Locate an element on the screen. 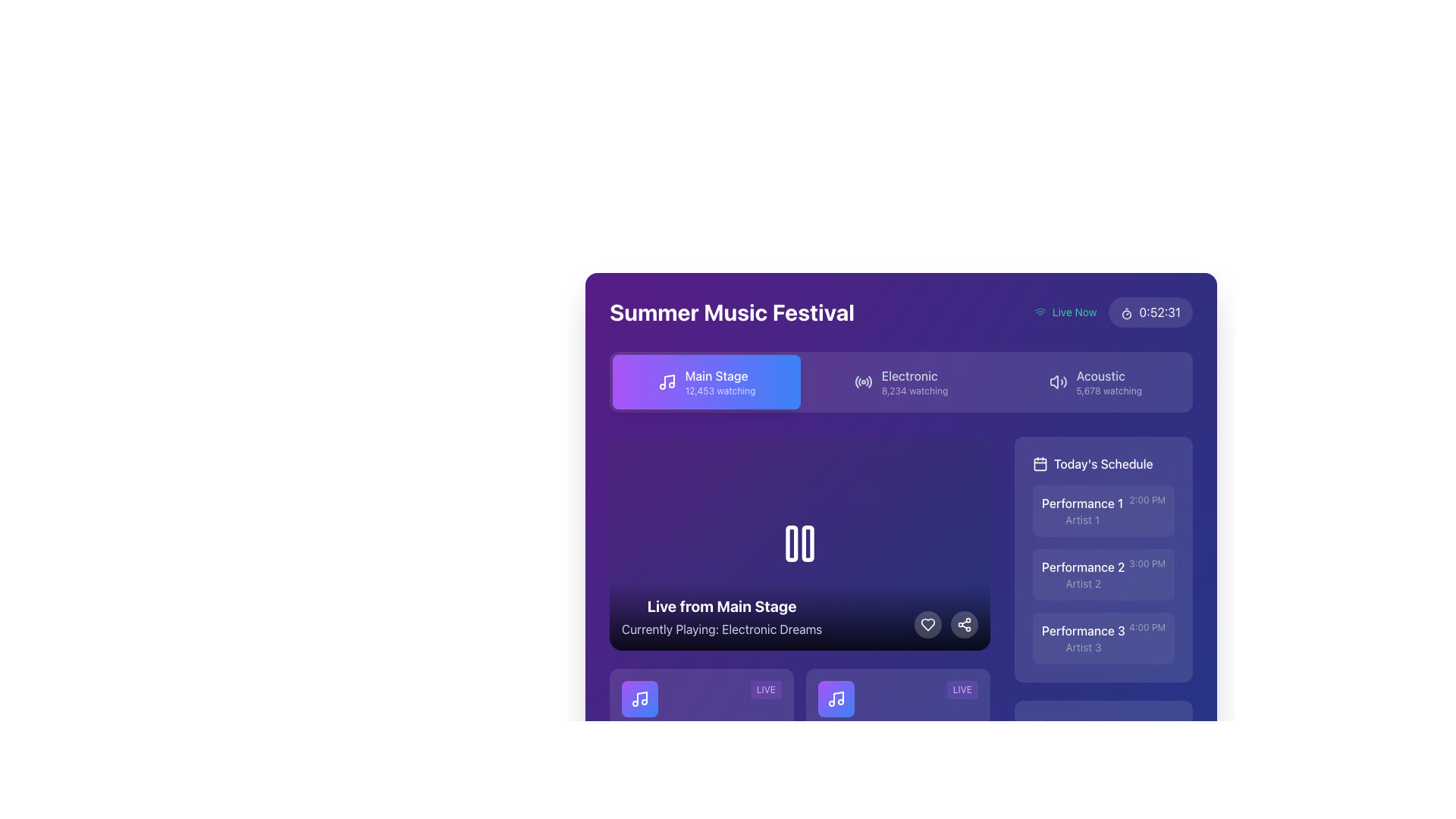  the calendar icon that indicates the context of the 'Today's Schedule' section is located at coordinates (1040, 463).